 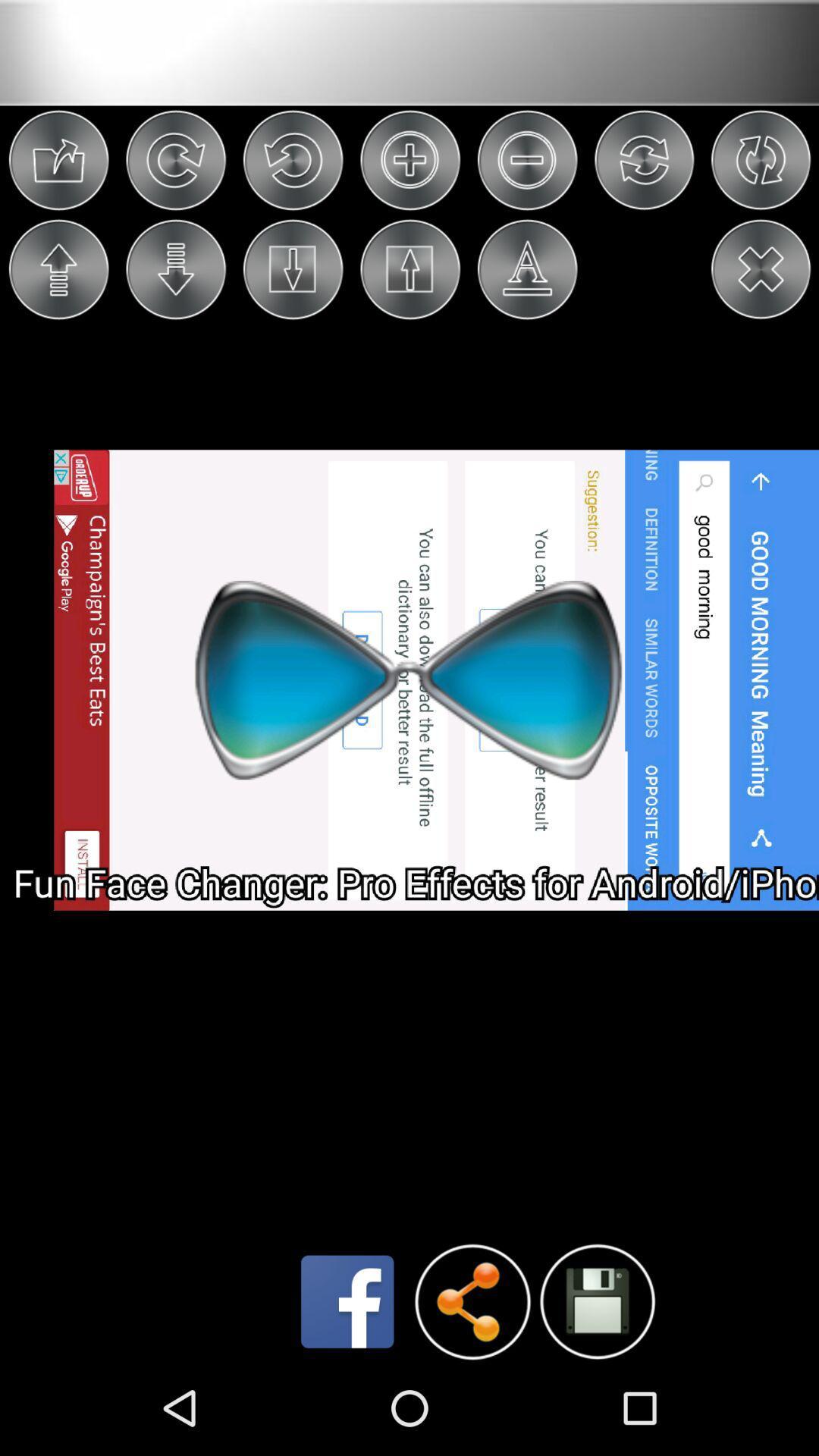 What do you see at coordinates (347, 1393) in the screenshot?
I see `the facebook icon` at bounding box center [347, 1393].